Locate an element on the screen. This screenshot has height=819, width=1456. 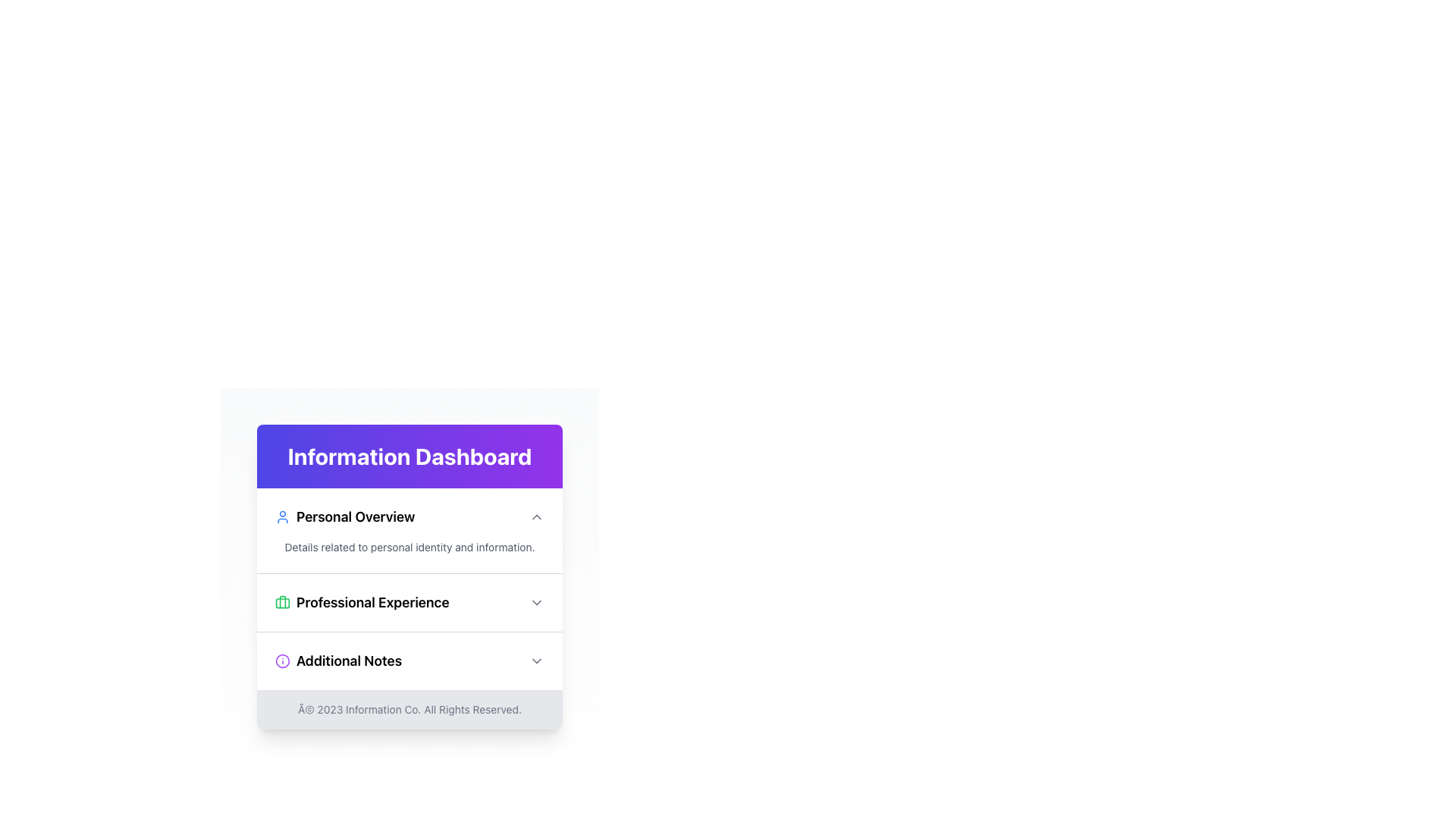
the Section Header labeled 'Personal Overview' is located at coordinates (409, 516).